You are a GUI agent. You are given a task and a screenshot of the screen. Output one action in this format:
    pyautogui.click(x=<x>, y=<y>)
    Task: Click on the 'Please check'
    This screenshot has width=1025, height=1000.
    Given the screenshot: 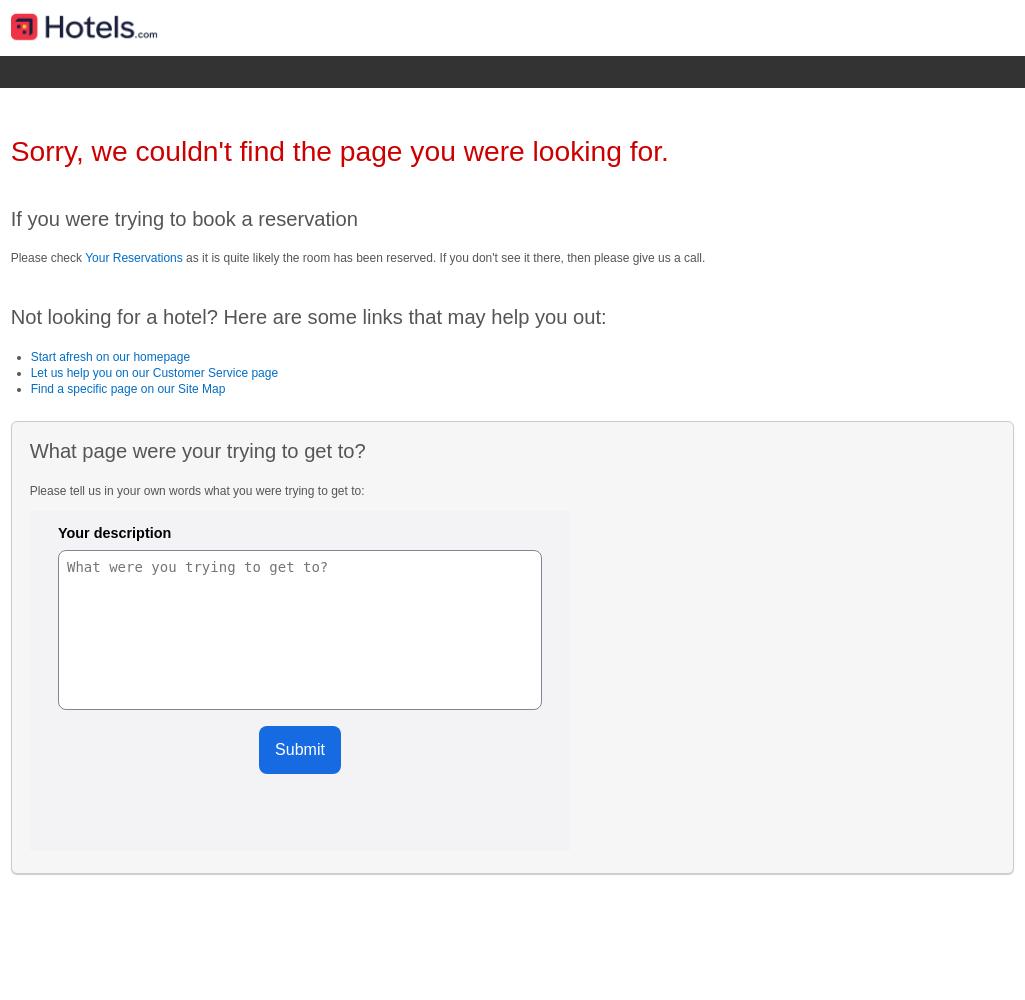 What is the action you would take?
    pyautogui.click(x=47, y=257)
    